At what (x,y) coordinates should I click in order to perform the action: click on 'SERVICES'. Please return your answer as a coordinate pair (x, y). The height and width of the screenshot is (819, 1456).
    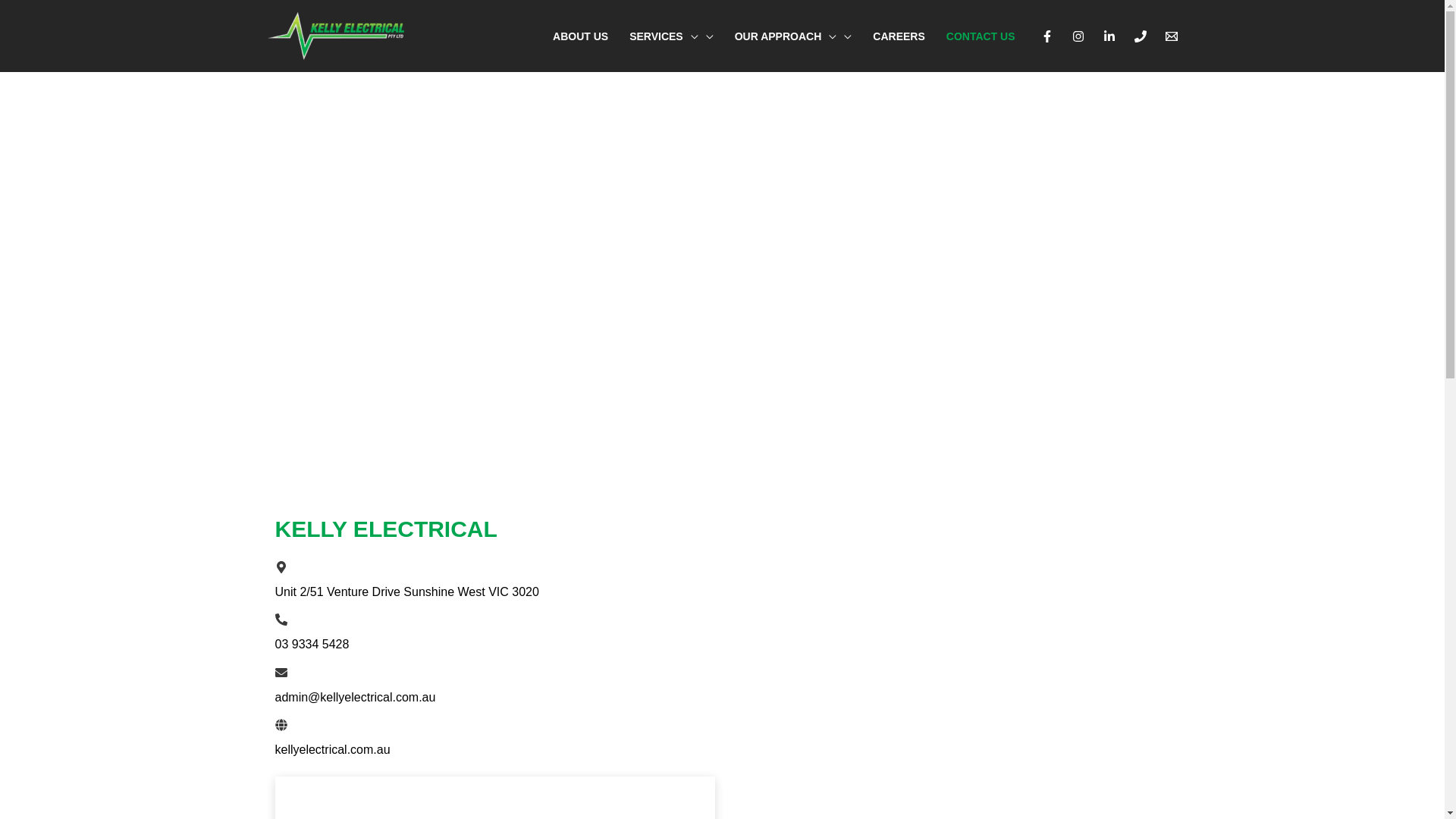
    Looking at the image, I should click on (670, 35).